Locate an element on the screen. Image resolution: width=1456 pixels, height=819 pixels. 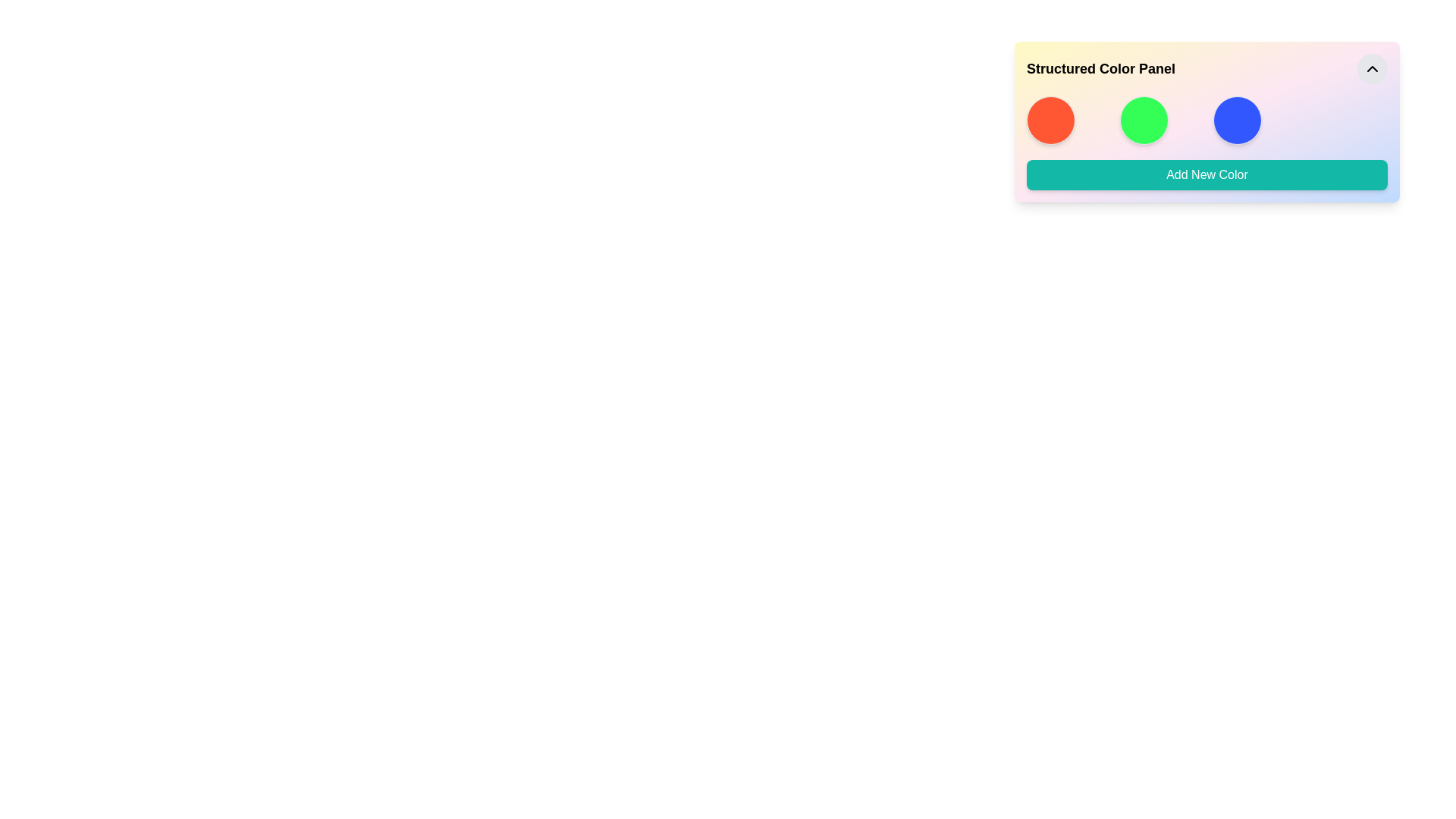
the circular button with a light gray background and an upward arrow icon in the top-right corner of the 'Structured Color Panel' is located at coordinates (1372, 69).